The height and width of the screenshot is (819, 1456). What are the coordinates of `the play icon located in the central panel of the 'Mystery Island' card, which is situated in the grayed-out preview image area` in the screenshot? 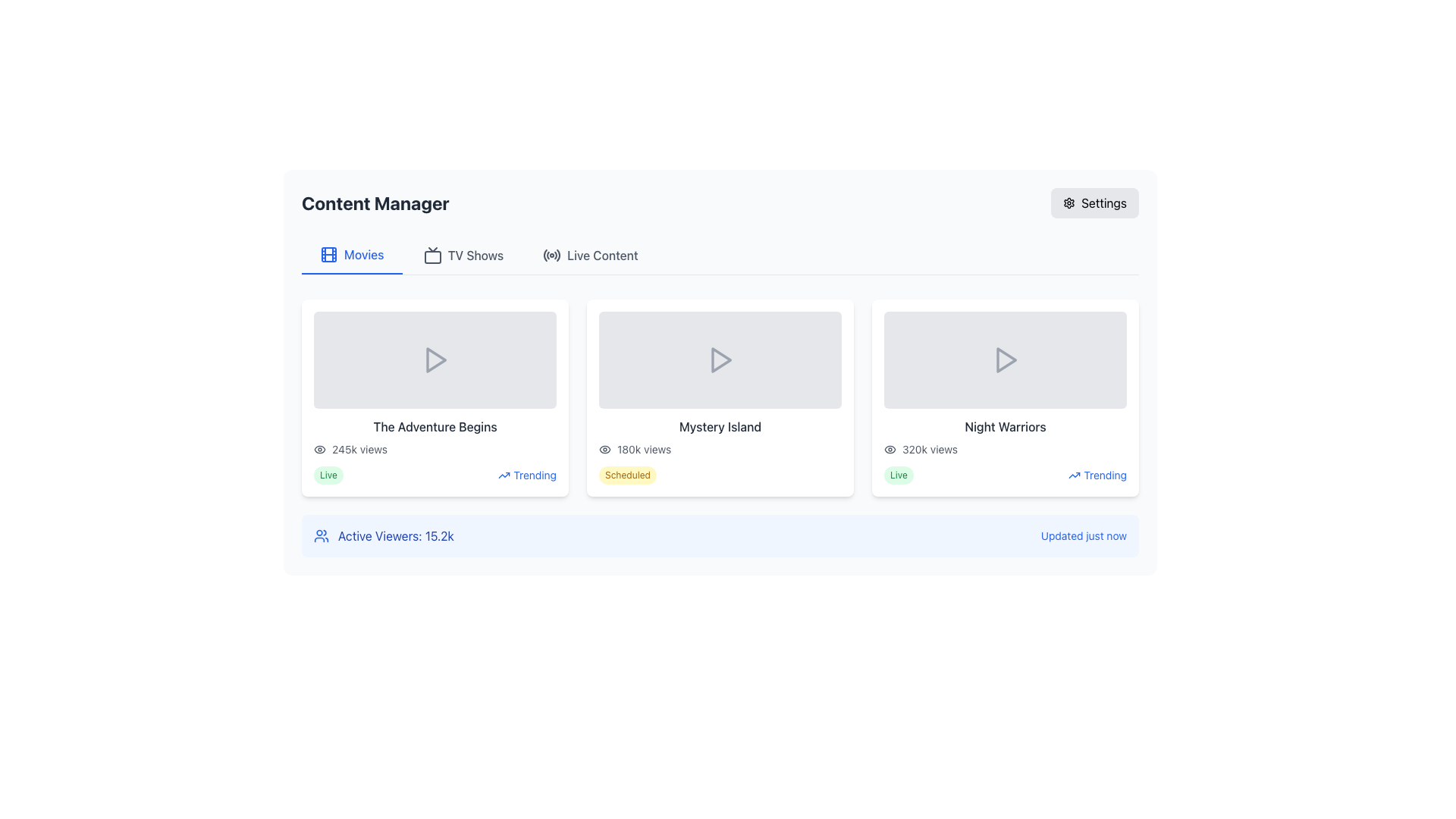 It's located at (720, 359).